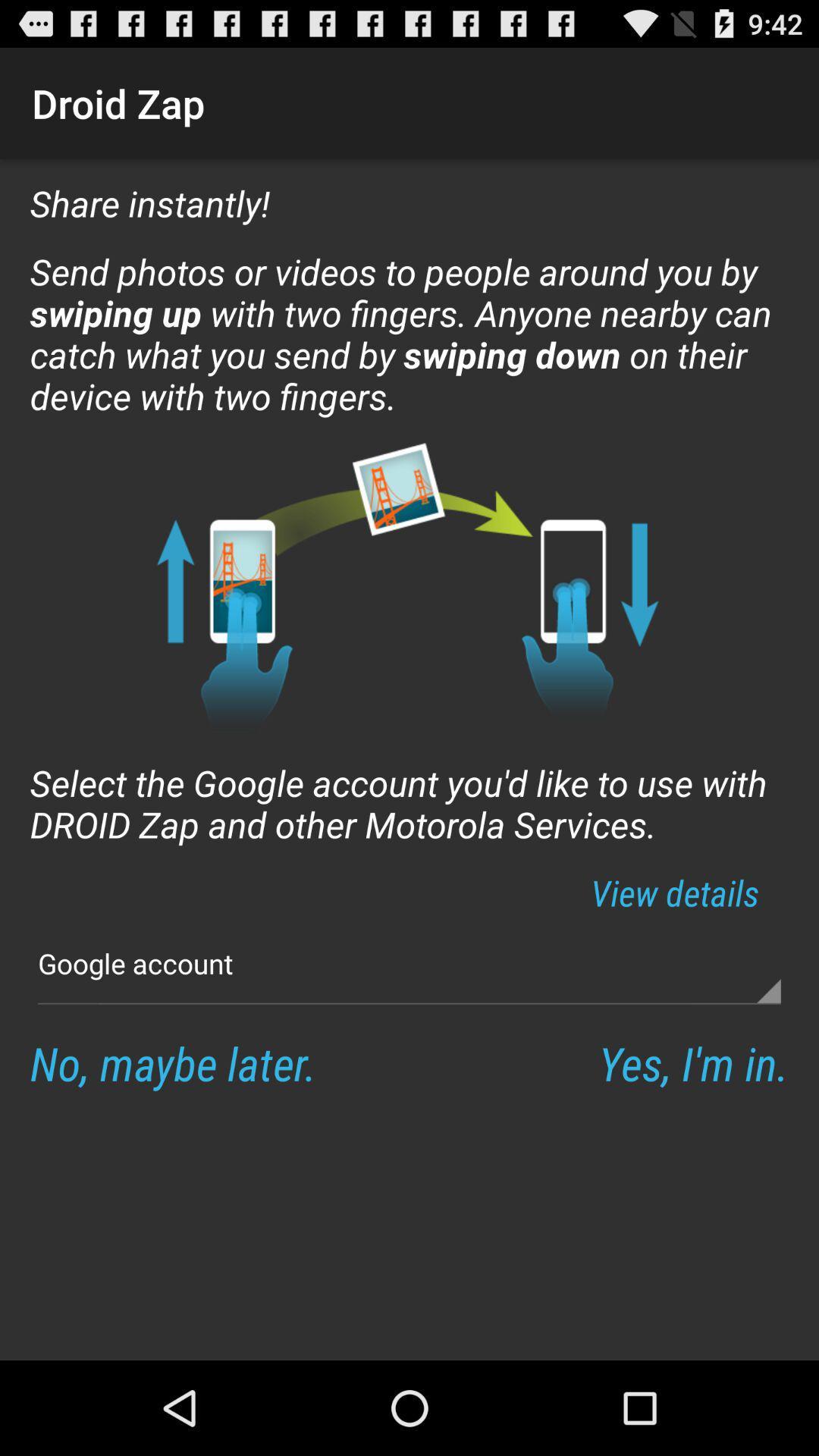 This screenshot has height=1456, width=819. I want to click on icon at the bottom right corner, so click(693, 1062).